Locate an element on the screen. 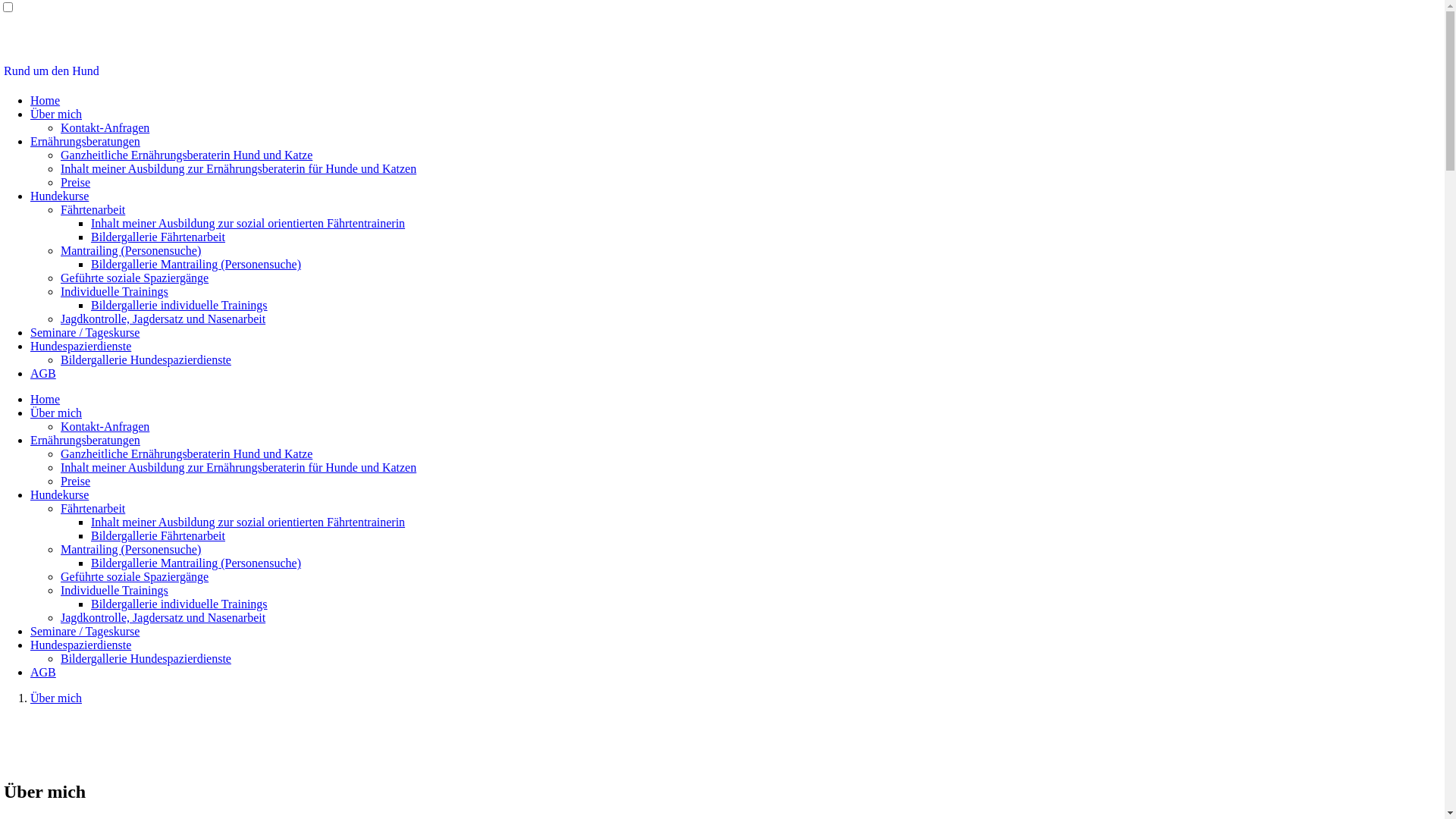 The height and width of the screenshot is (819, 1456). 'Preise' is located at coordinates (74, 181).